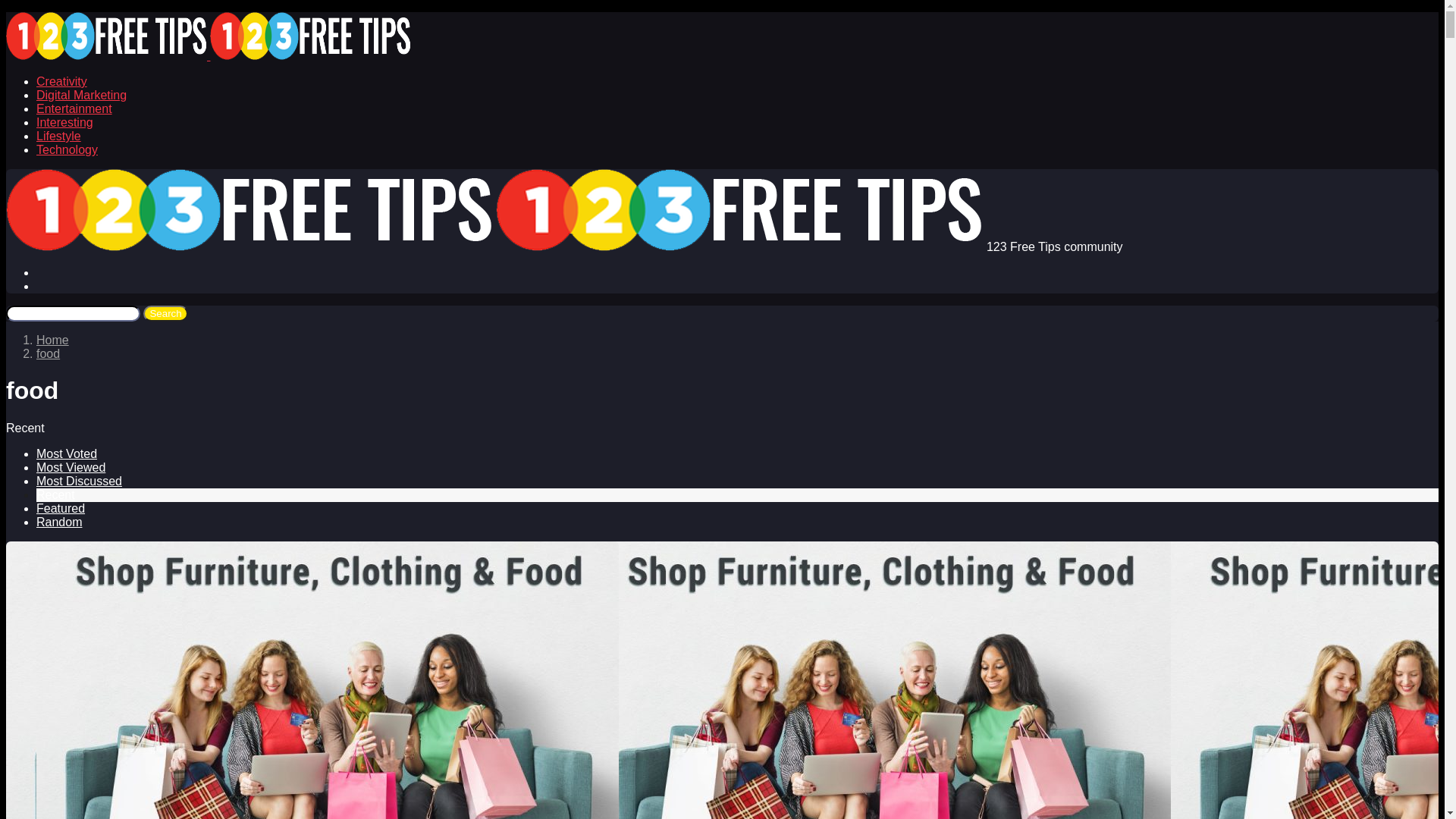  Describe the element at coordinates (61, 81) in the screenshot. I see `'Creativity'` at that location.